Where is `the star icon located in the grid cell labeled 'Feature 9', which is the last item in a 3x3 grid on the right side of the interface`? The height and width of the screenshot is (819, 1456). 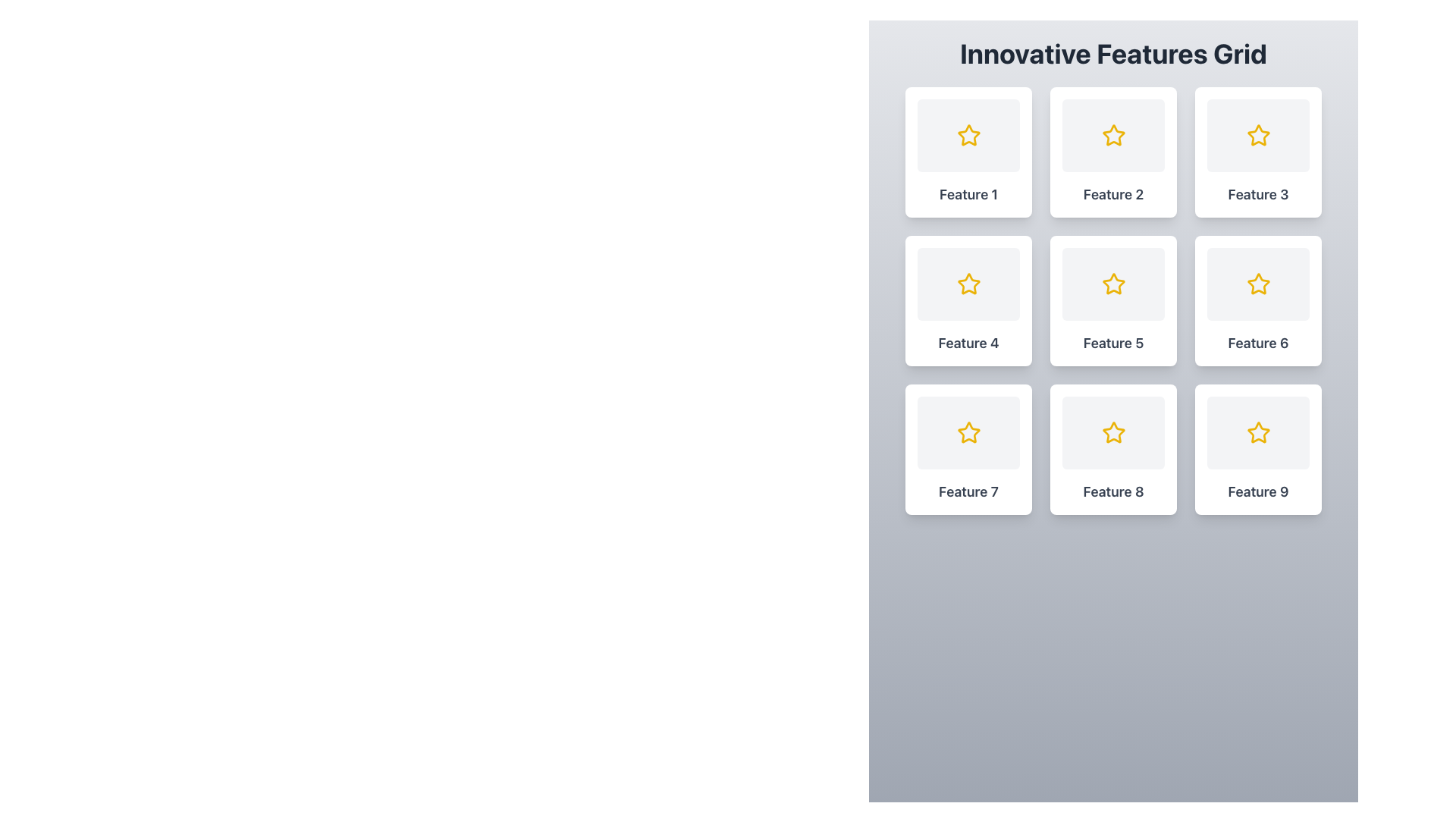
the star icon located in the grid cell labeled 'Feature 9', which is the last item in a 3x3 grid on the right side of the interface is located at coordinates (1258, 432).